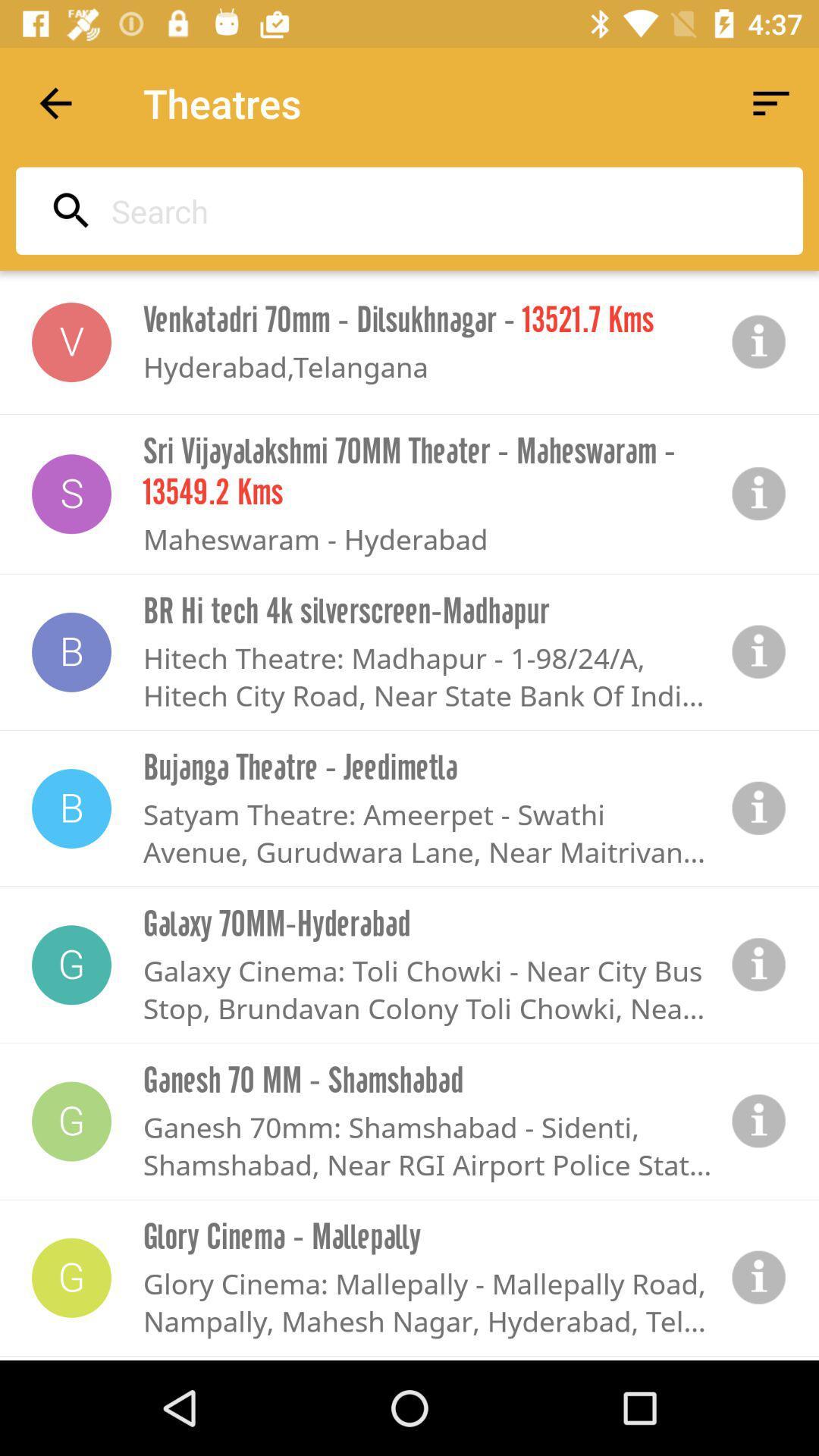 The width and height of the screenshot is (819, 1456). What do you see at coordinates (759, 494) in the screenshot?
I see `tap button for more information` at bounding box center [759, 494].